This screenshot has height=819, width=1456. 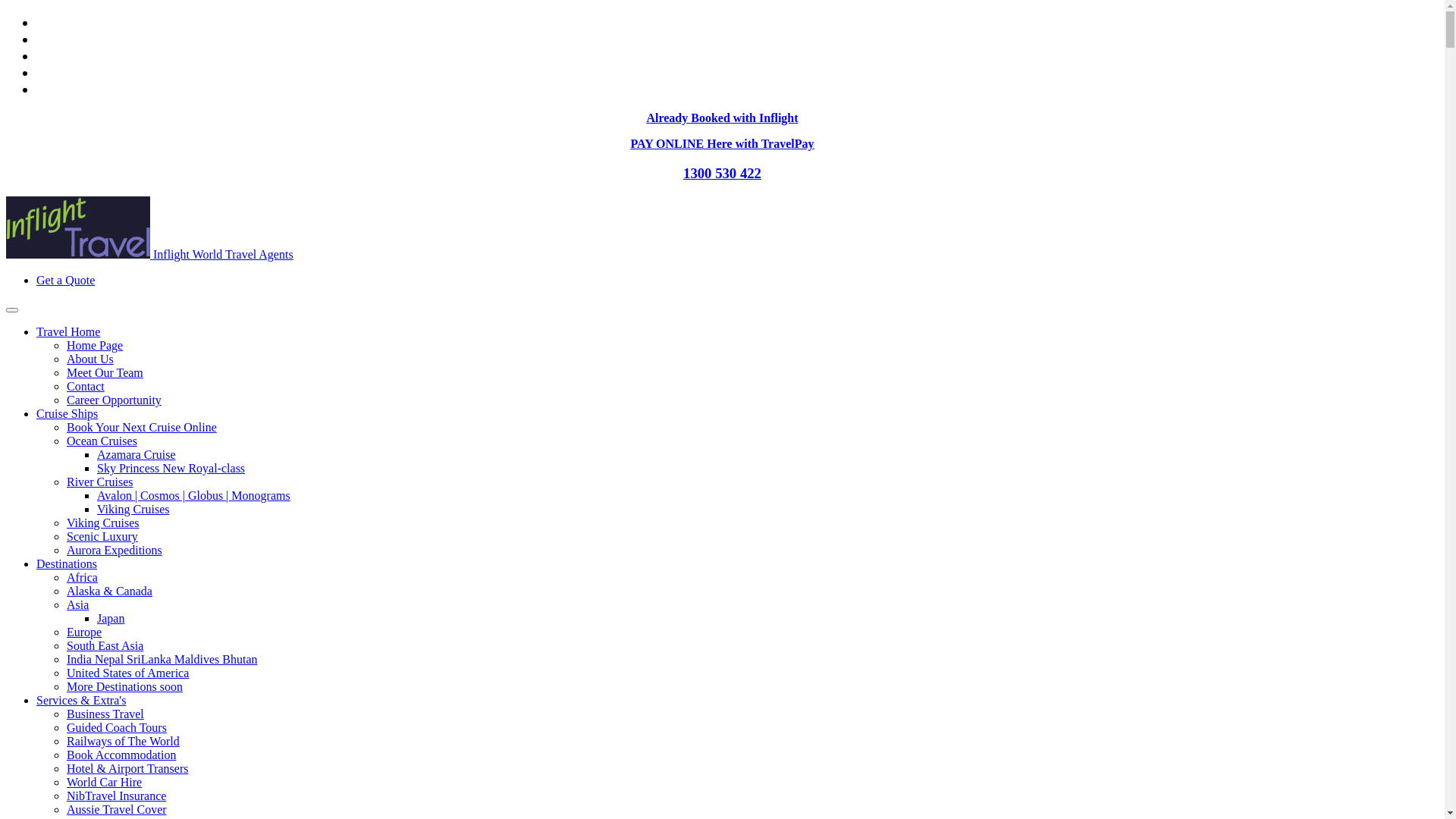 I want to click on 'Get a Quote', so click(x=64, y=280).